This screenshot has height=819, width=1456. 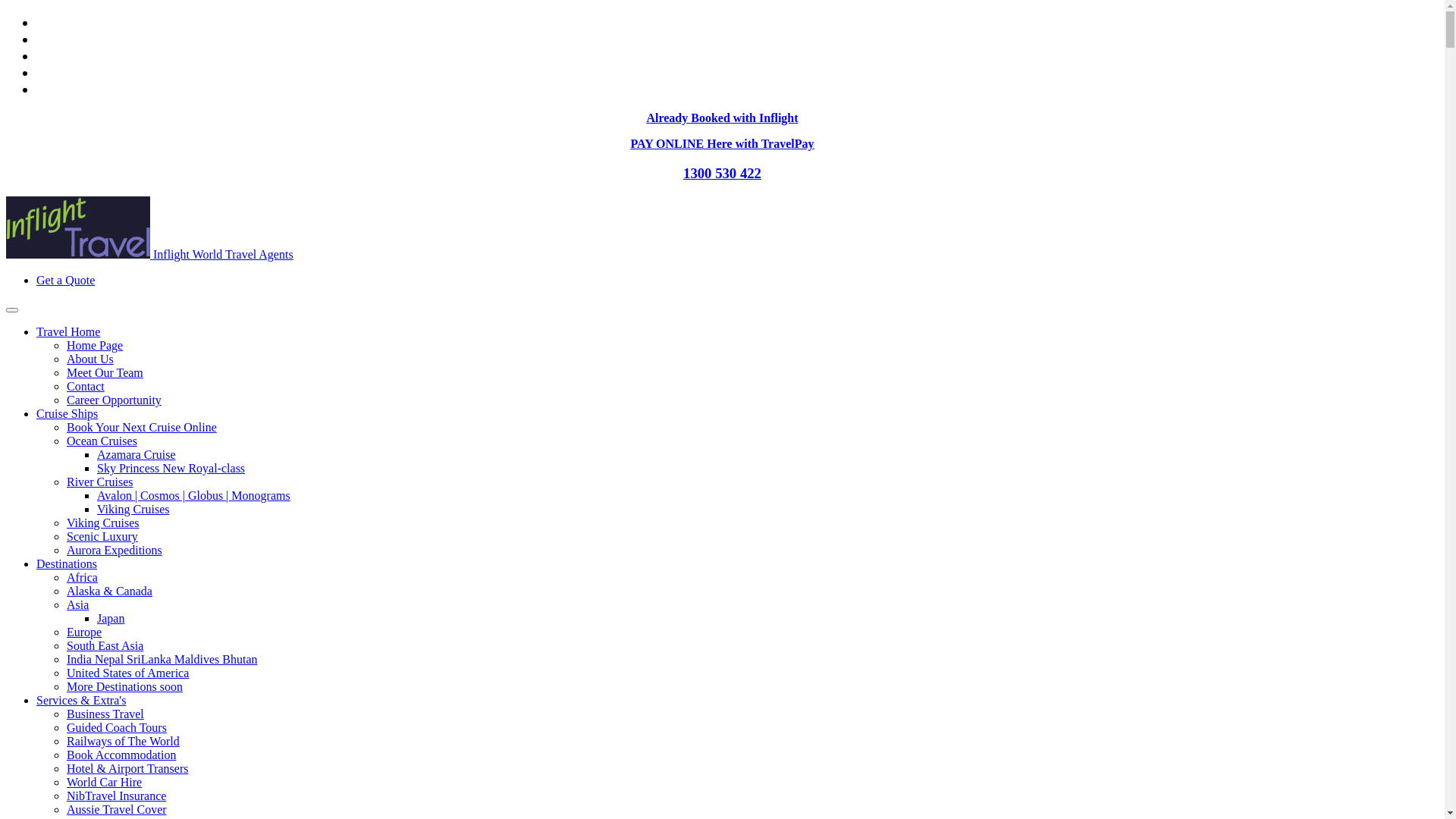 I want to click on 'Get a Quote', so click(x=64, y=280).